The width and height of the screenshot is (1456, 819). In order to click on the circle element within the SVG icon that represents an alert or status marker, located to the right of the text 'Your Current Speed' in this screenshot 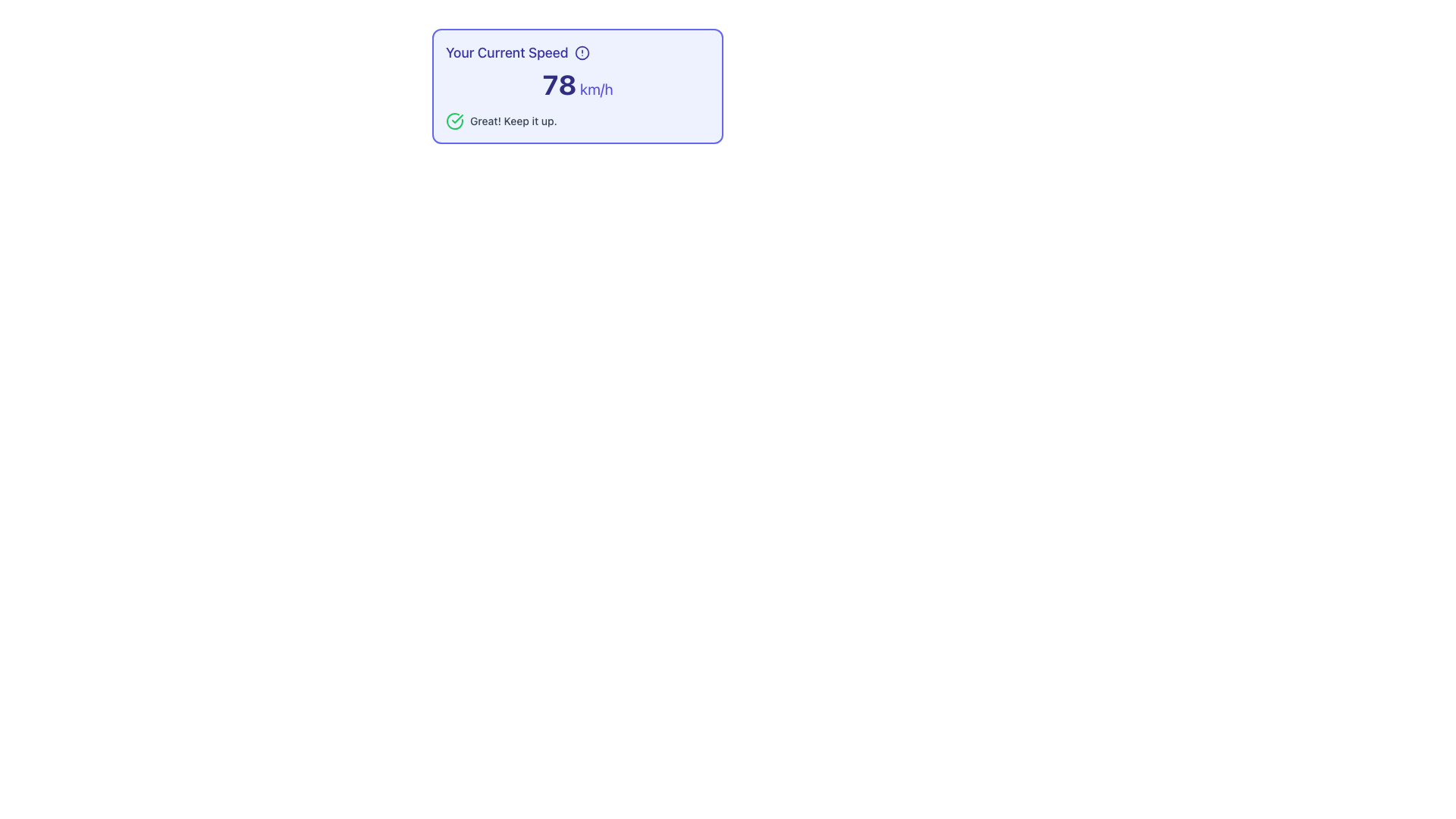, I will do `click(581, 52)`.